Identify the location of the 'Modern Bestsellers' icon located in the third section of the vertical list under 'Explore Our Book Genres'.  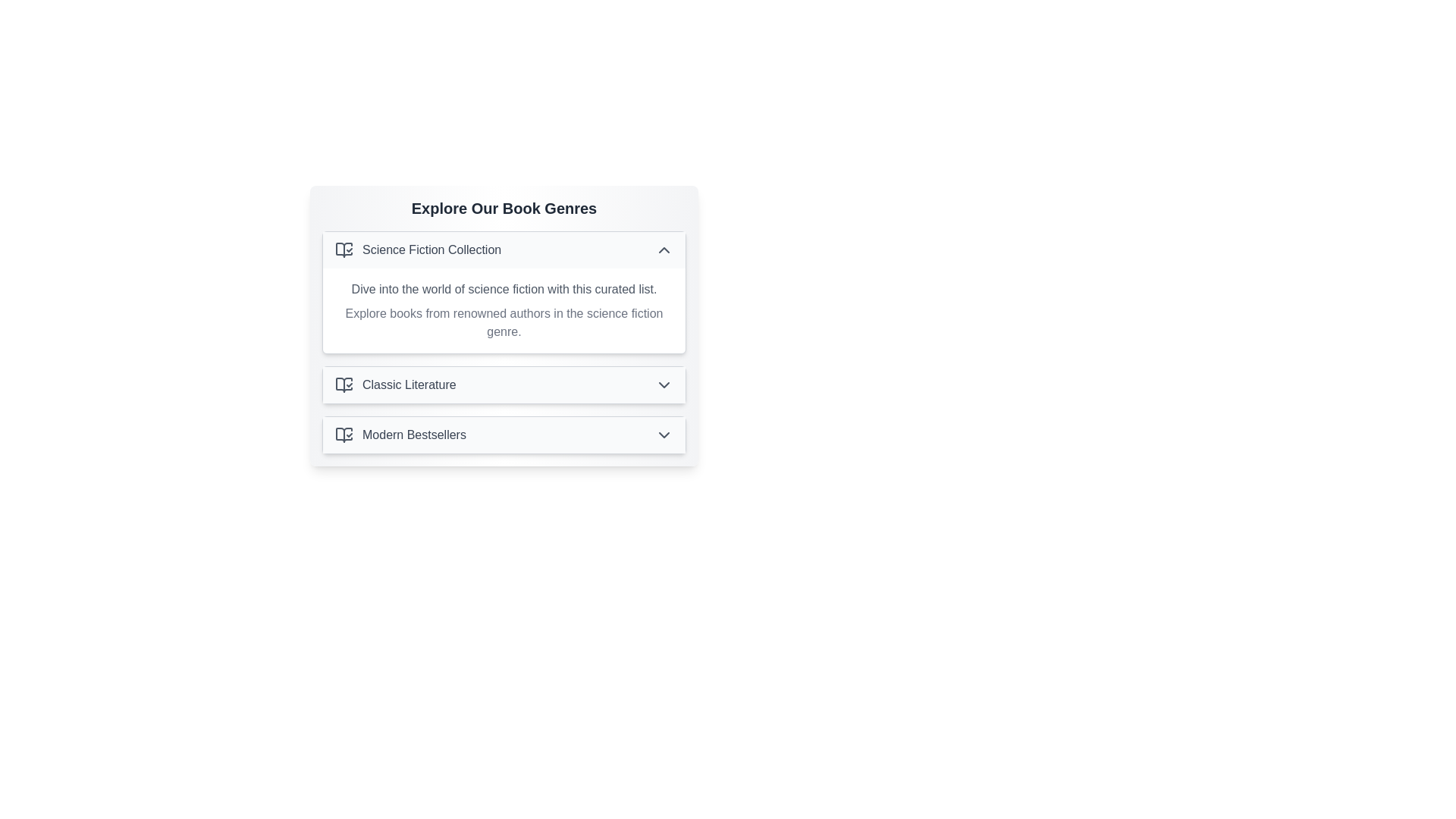
(344, 435).